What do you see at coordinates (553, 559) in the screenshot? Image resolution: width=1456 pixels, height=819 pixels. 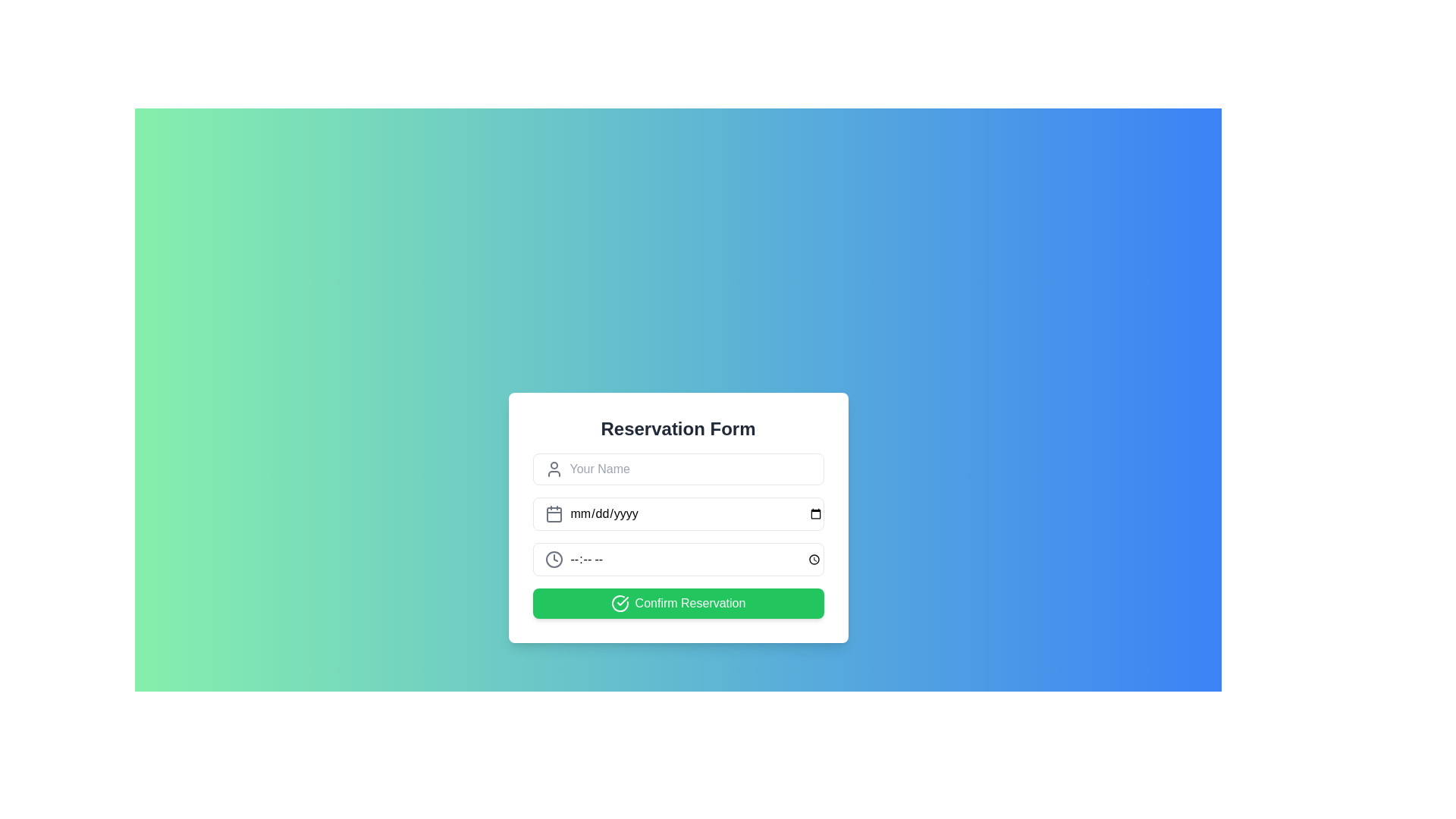 I see `the circular SVG element representing the clock icon in the fourth input field of the reservation form` at bounding box center [553, 559].